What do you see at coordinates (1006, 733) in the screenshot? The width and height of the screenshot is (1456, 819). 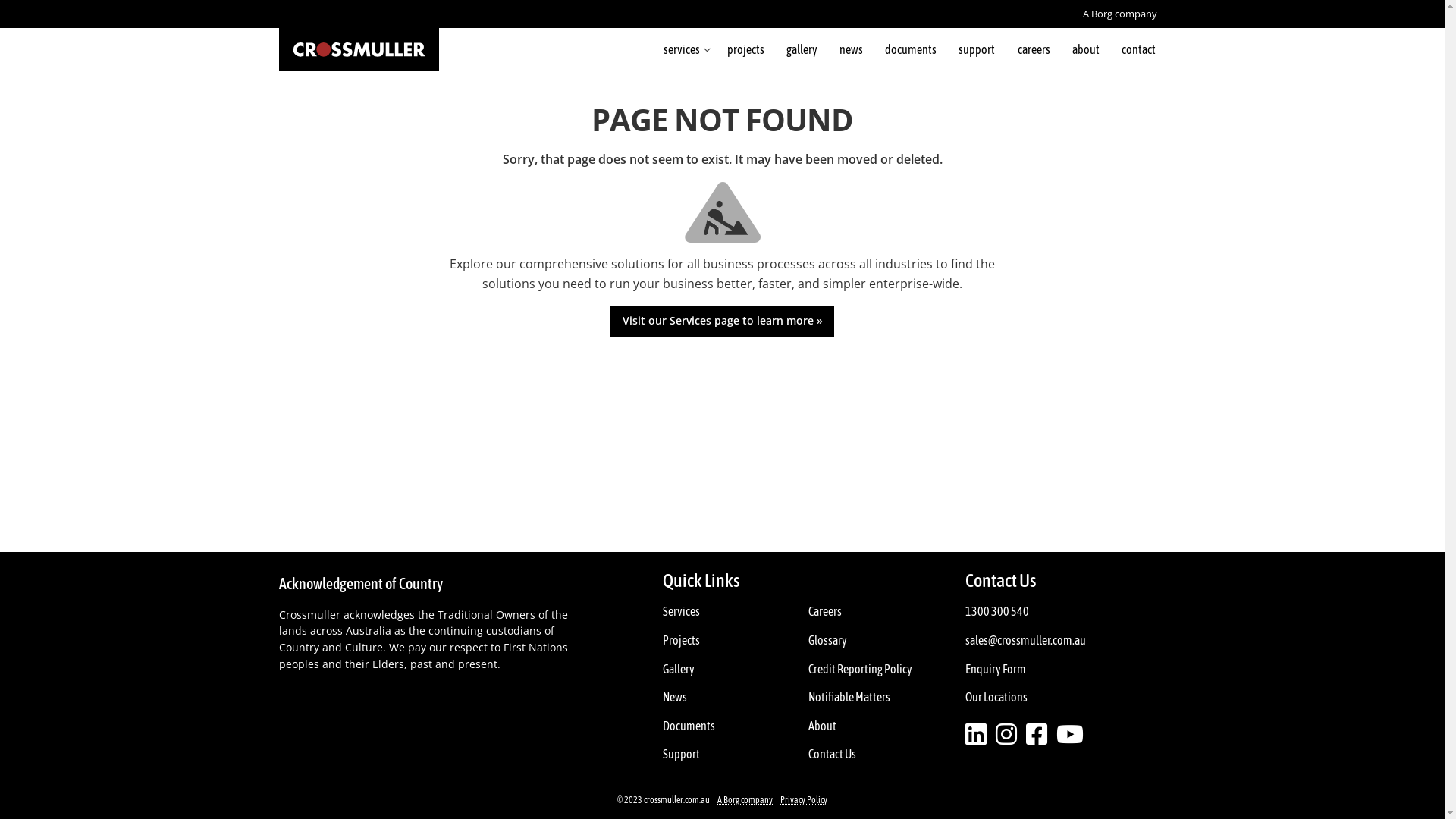 I see `'Crossmuller's Instagram Profile'` at bounding box center [1006, 733].